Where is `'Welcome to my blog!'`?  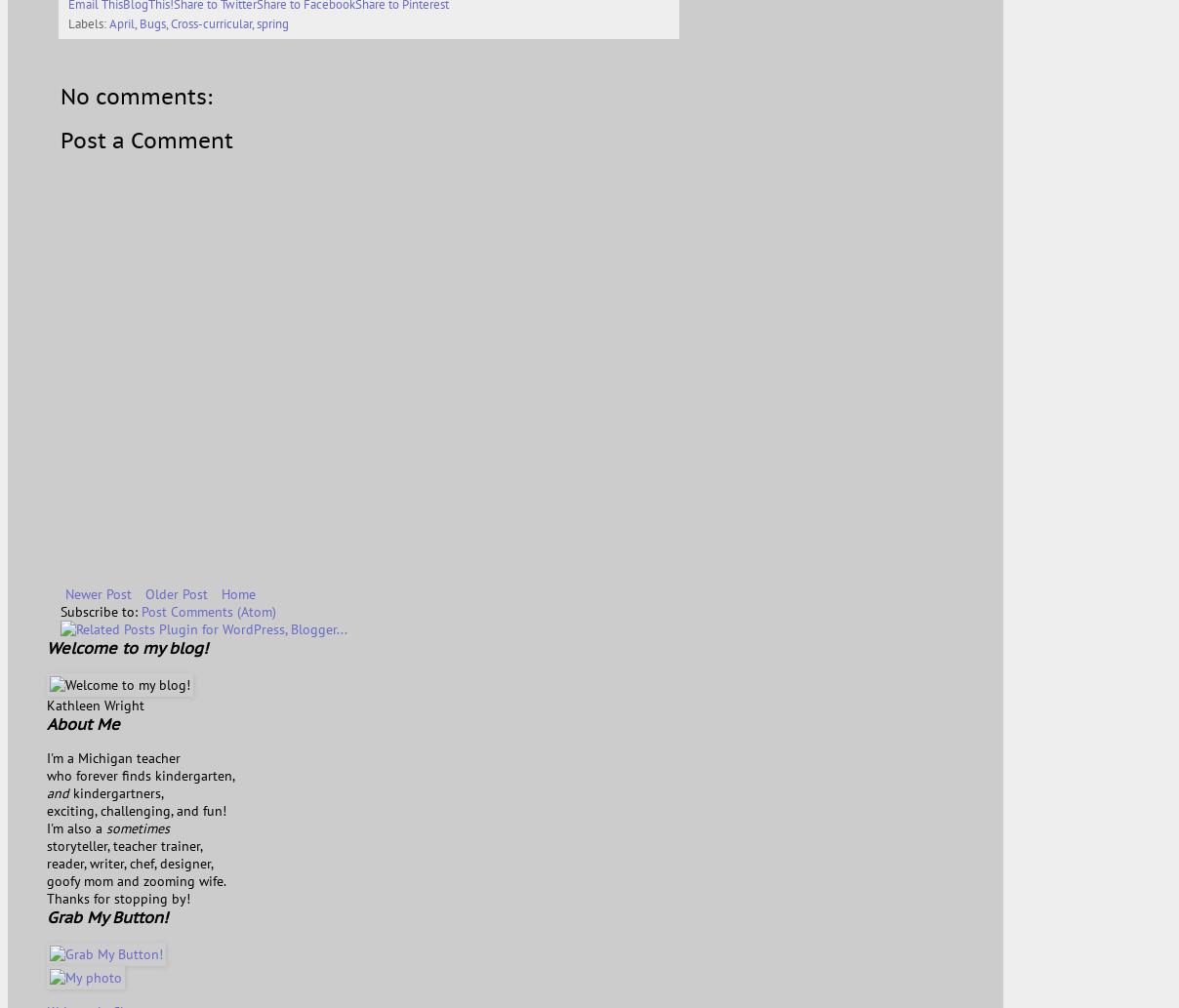
'Welcome to my blog!' is located at coordinates (45, 645).